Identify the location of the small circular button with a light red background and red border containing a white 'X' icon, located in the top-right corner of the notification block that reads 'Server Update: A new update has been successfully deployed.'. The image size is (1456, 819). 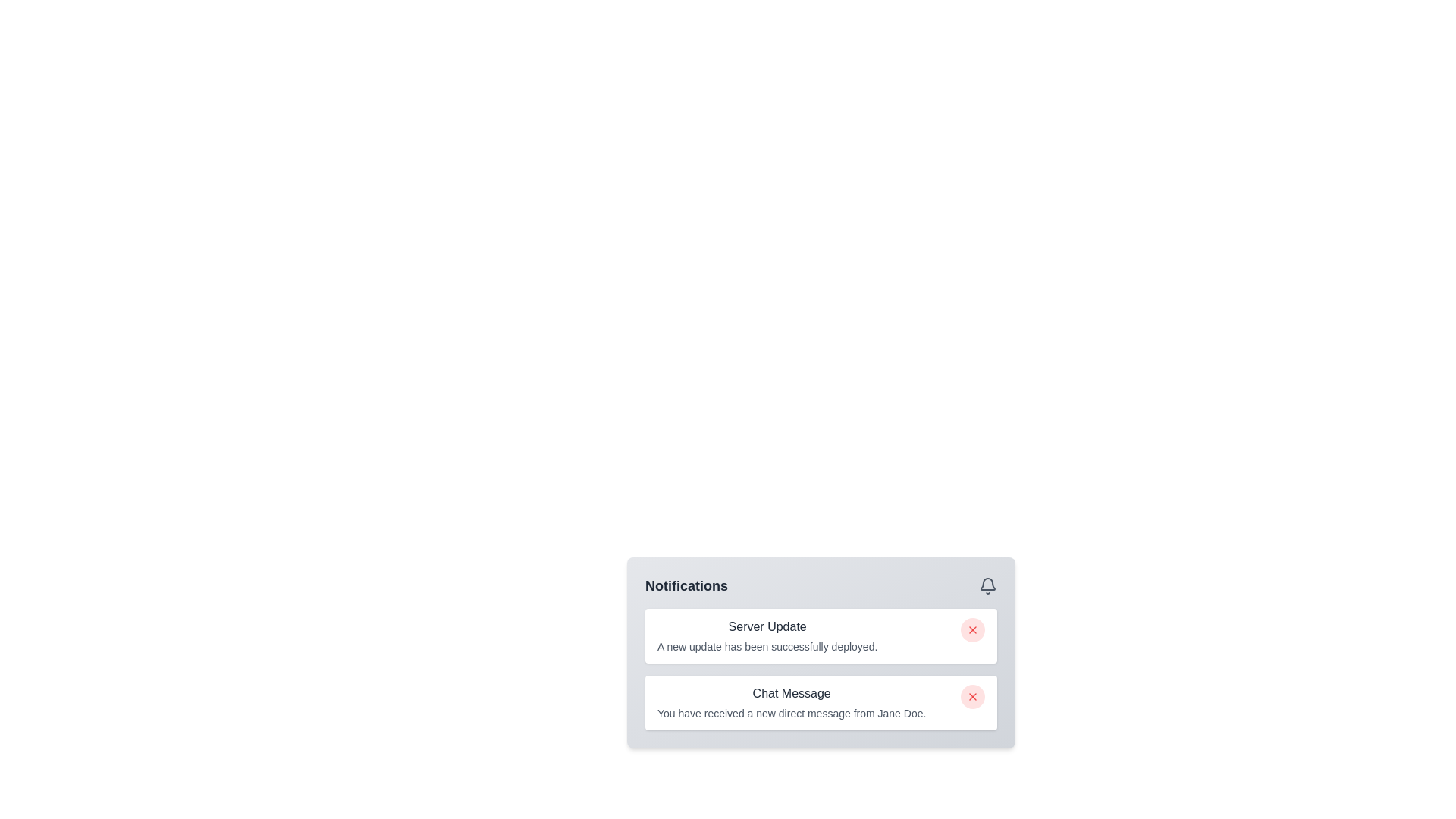
(972, 629).